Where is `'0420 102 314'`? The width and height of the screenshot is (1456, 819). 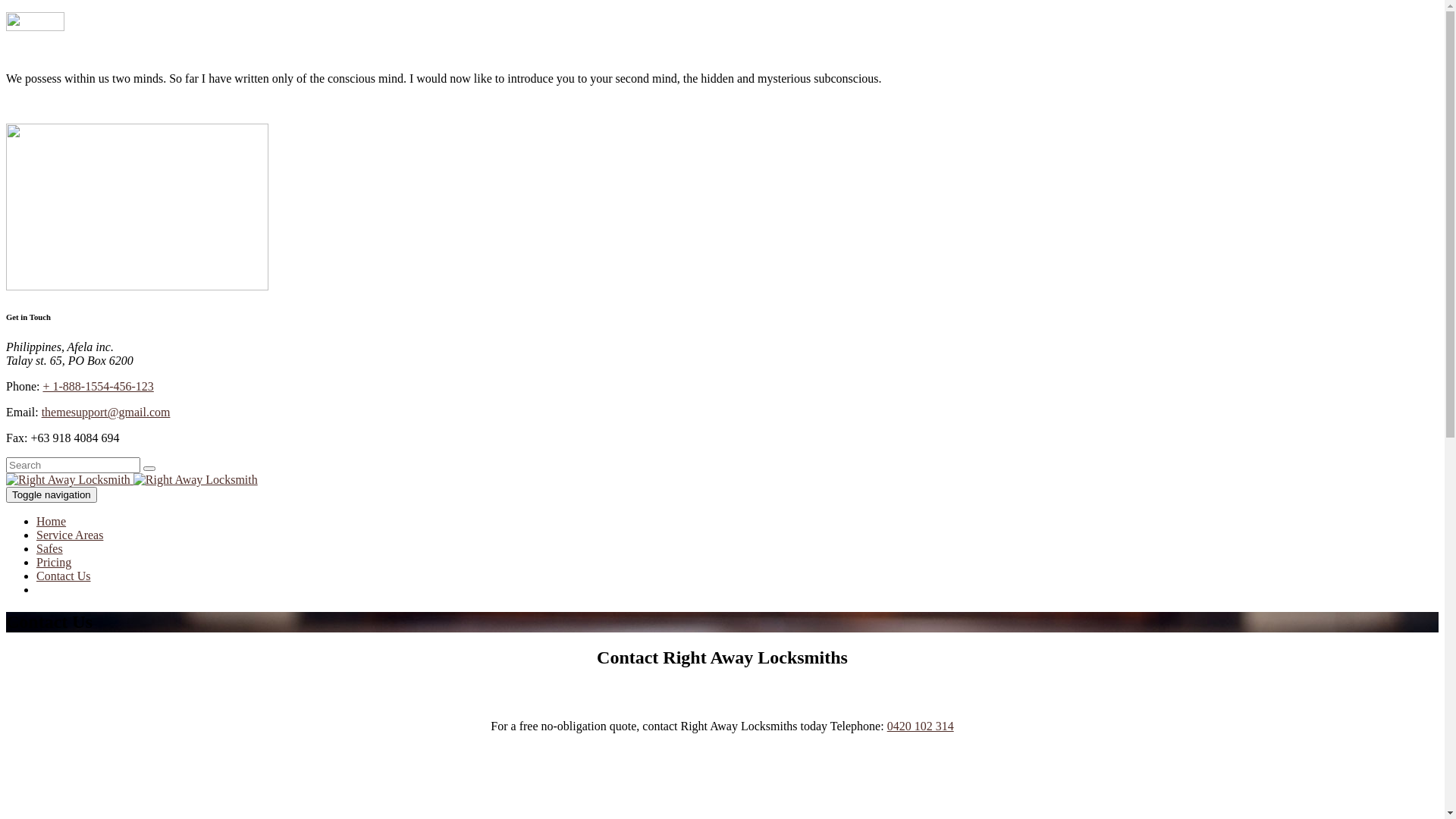
'0420 102 314' is located at coordinates (920, 725).